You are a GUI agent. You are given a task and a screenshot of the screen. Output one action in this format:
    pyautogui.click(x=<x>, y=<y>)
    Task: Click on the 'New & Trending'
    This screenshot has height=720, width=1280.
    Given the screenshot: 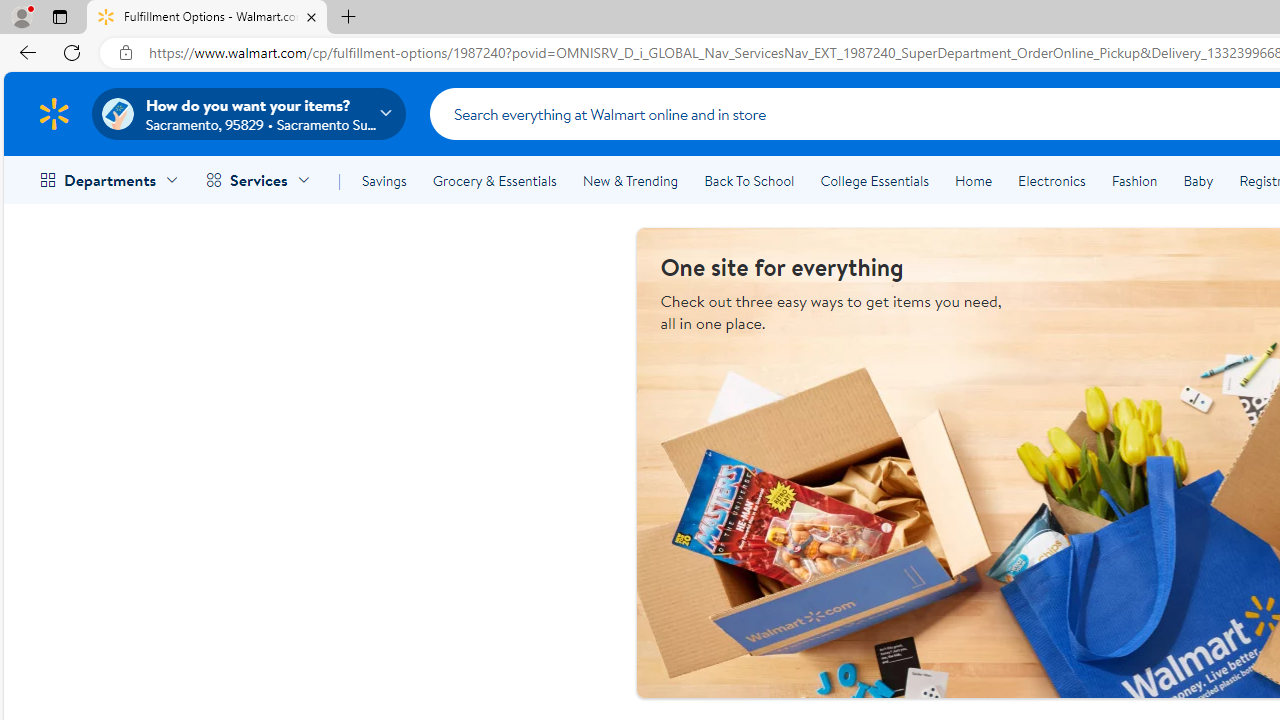 What is the action you would take?
    pyautogui.click(x=630, y=181)
    